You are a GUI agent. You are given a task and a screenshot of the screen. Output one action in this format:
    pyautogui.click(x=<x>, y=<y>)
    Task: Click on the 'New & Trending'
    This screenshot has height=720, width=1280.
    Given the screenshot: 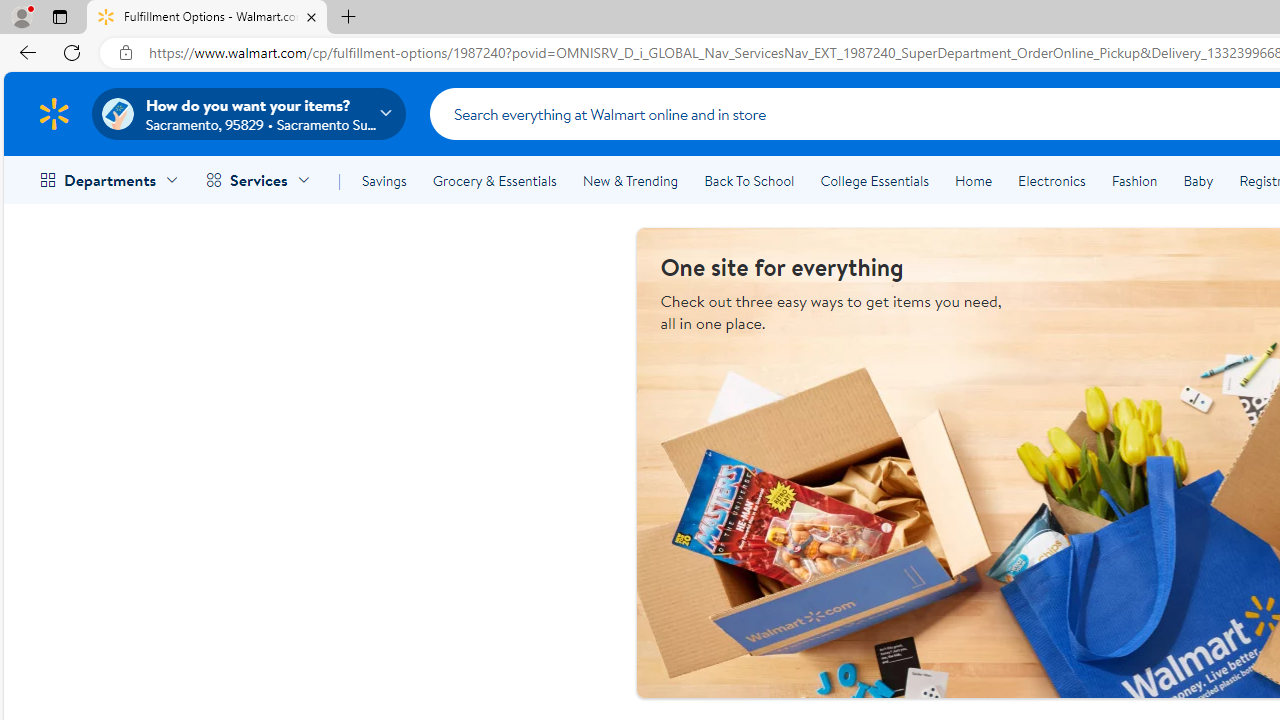 What is the action you would take?
    pyautogui.click(x=630, y=181)
    